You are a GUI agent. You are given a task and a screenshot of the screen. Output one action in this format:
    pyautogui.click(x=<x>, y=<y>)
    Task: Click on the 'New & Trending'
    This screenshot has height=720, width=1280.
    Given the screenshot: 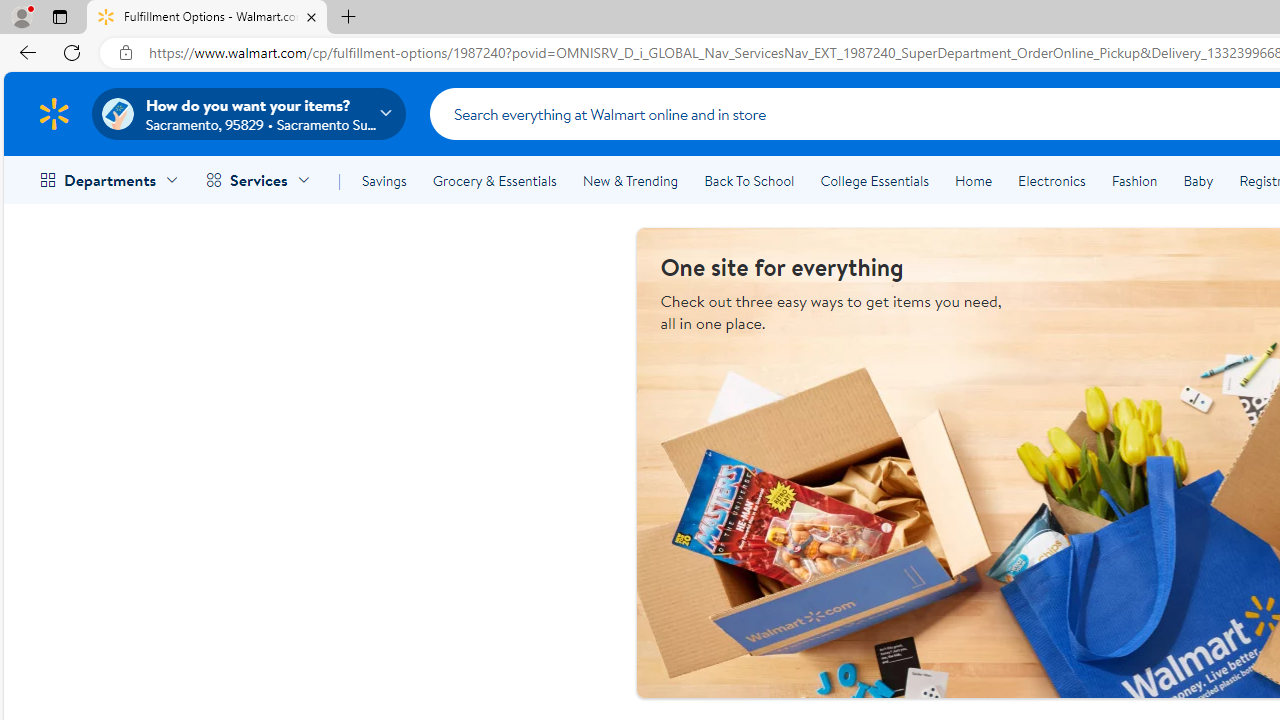 What is the action you would take?
    pyautogui.click(x=630, y=181)
    